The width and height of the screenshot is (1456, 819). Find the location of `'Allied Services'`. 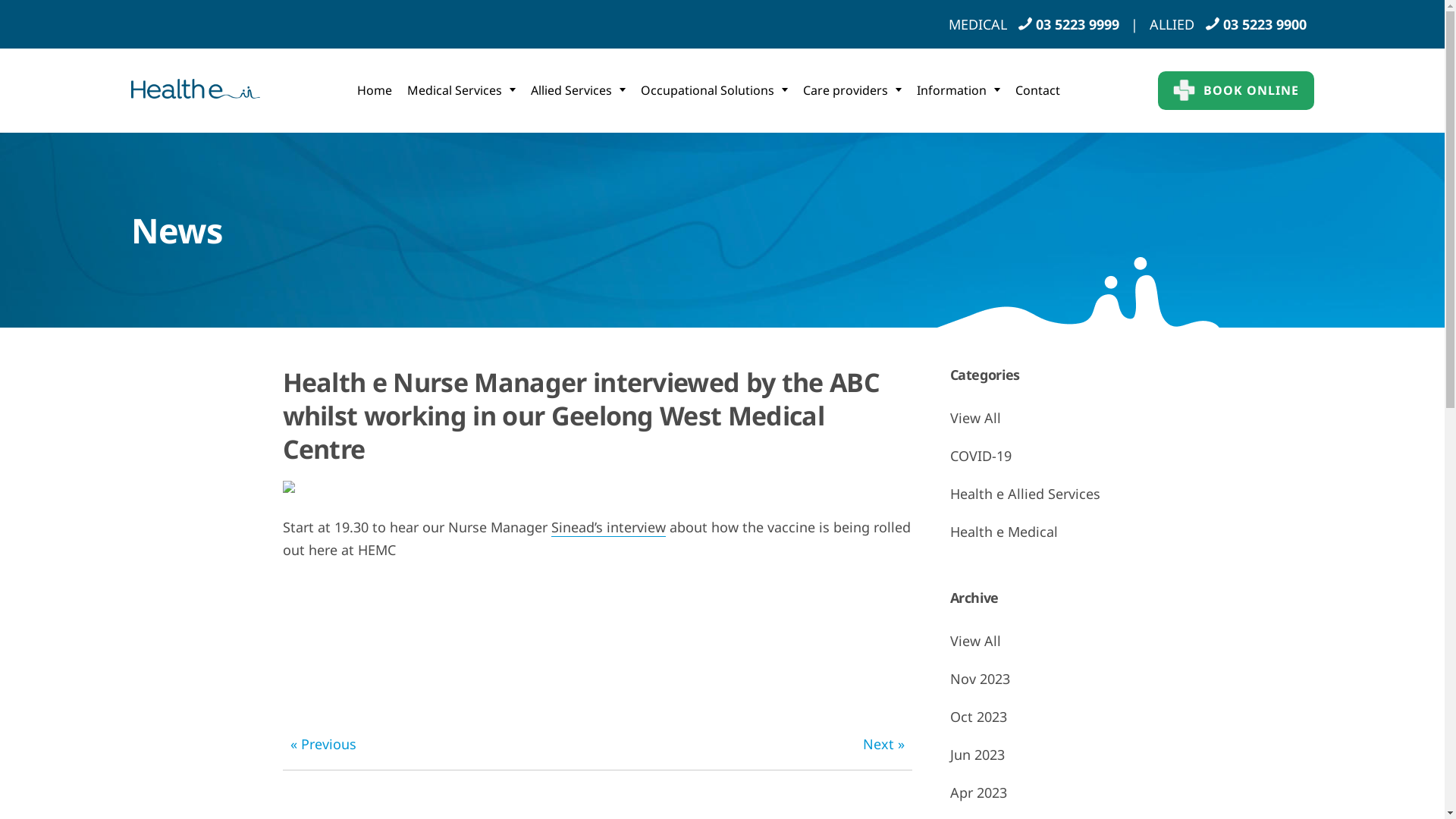

'Allied Services' is located at coordinates (577, 90).